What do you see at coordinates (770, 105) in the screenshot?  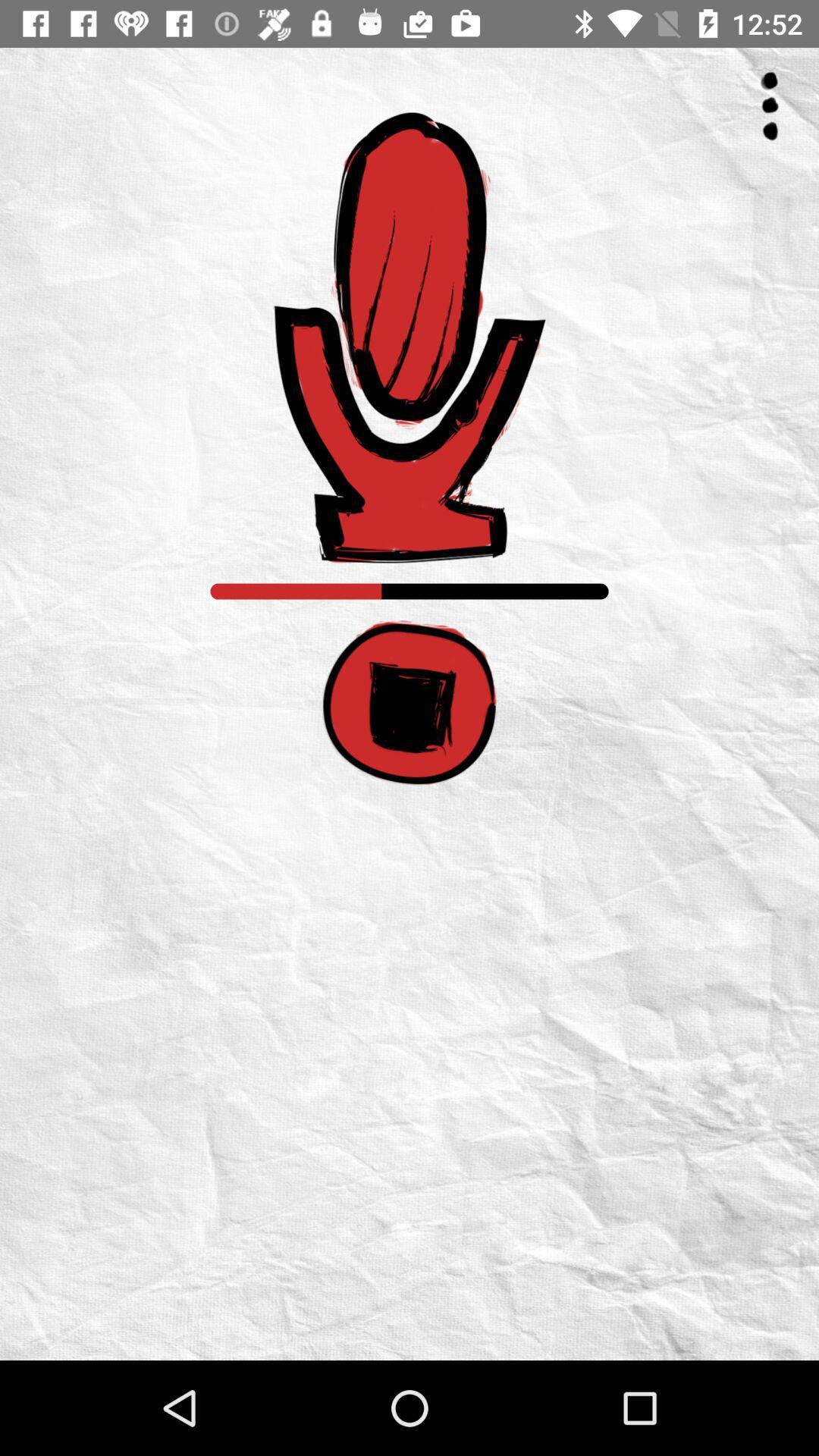 I see `the icon at the top right corner` at bounding box center [770, 105].